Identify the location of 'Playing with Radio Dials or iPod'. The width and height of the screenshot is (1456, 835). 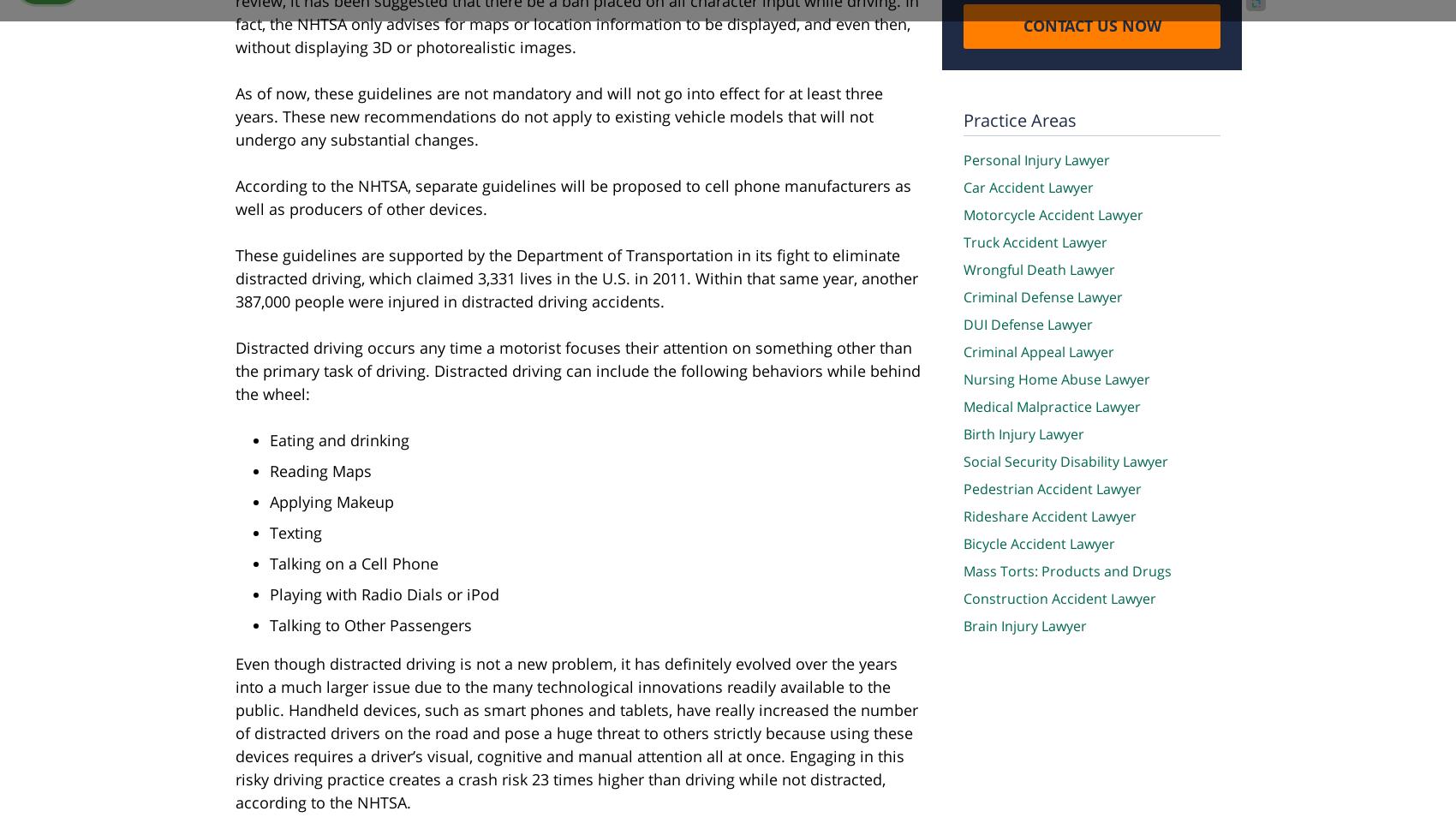
(270, 593).